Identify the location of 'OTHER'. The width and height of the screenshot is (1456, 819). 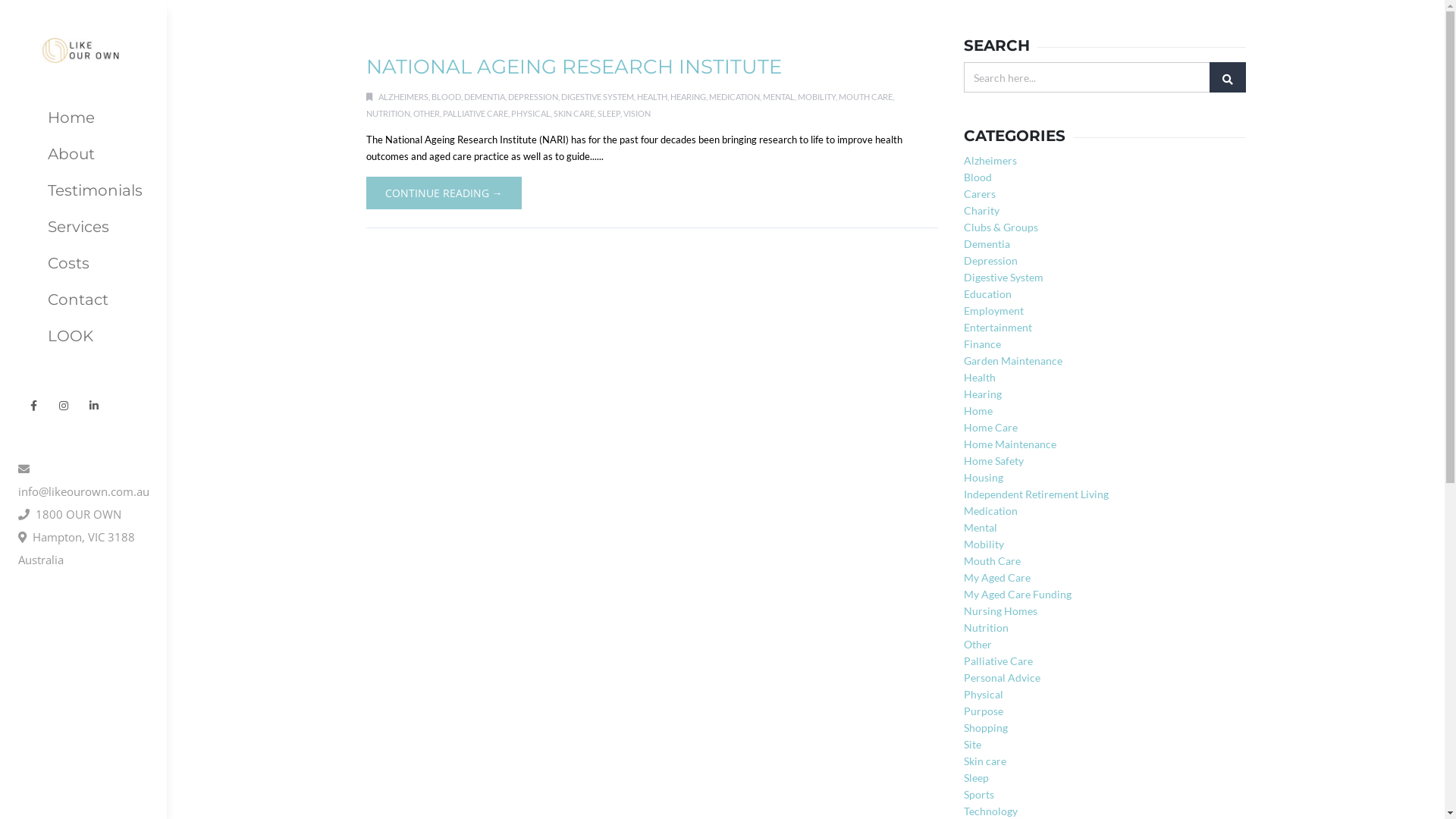
(425, 111).